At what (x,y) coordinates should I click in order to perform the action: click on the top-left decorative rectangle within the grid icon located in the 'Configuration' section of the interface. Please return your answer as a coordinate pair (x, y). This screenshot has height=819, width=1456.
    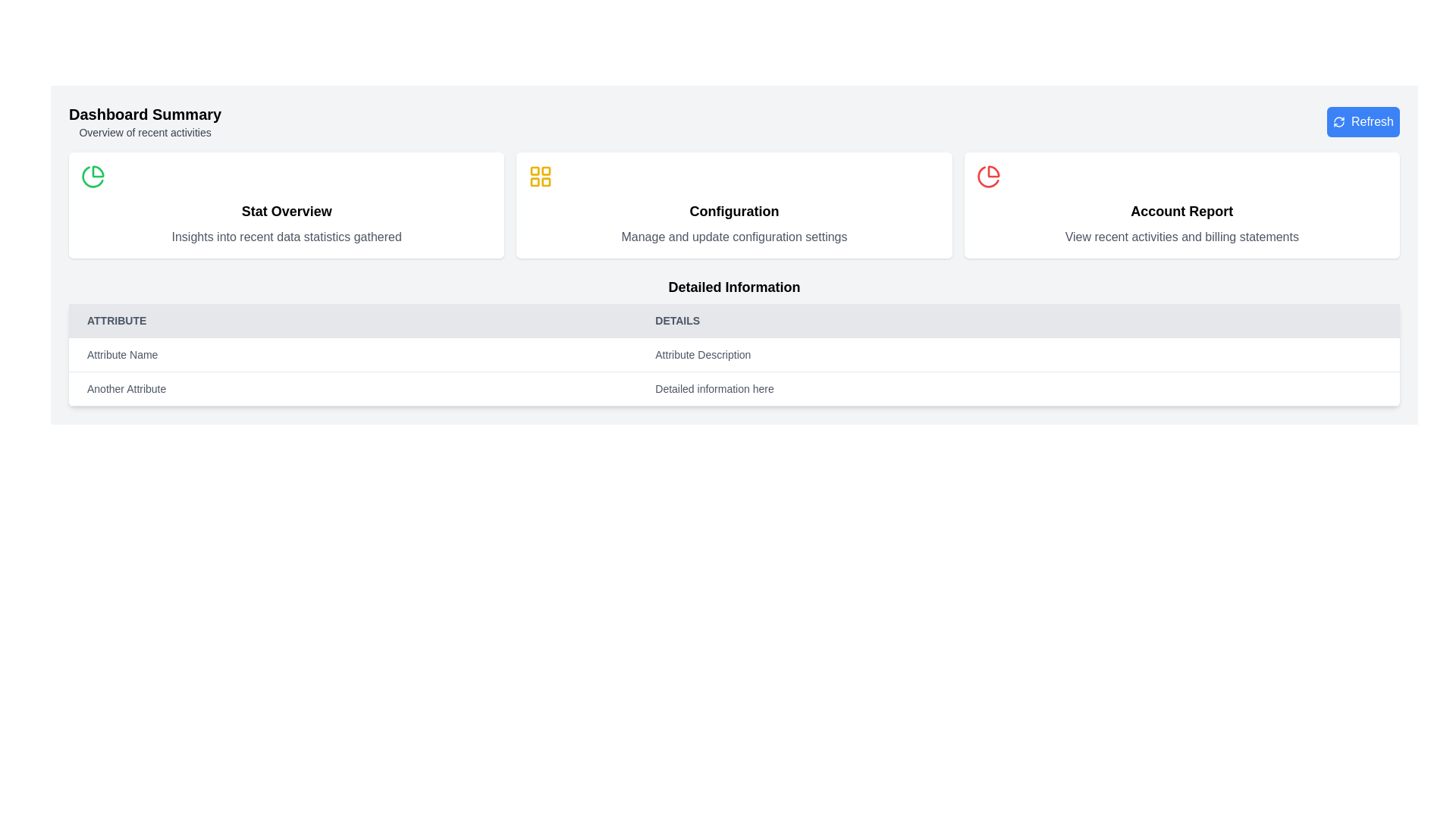
    Looking at the image, I should click on (535, 171).